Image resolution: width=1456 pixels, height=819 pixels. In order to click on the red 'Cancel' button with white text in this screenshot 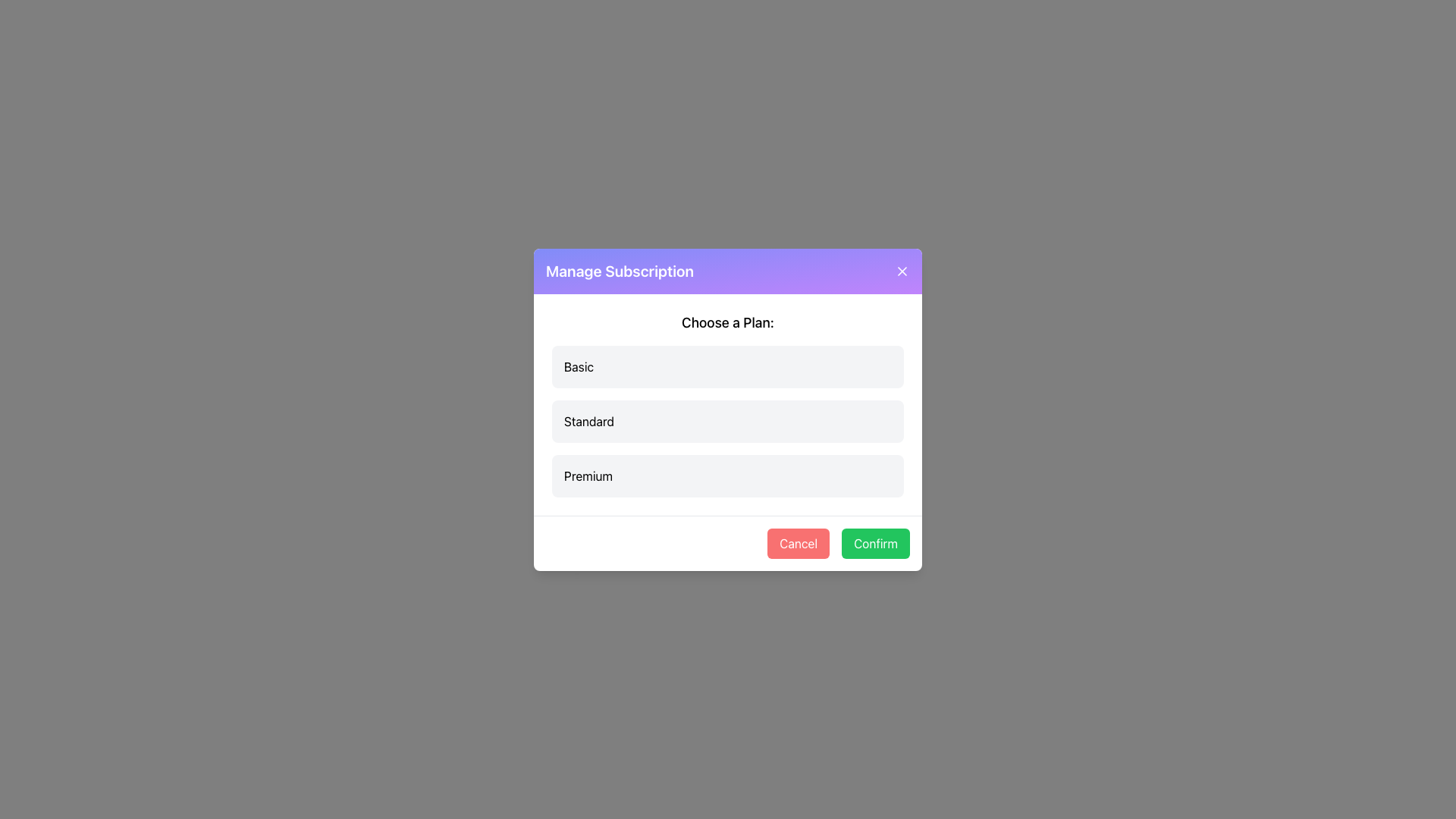, I will do `click(798, 542)`.